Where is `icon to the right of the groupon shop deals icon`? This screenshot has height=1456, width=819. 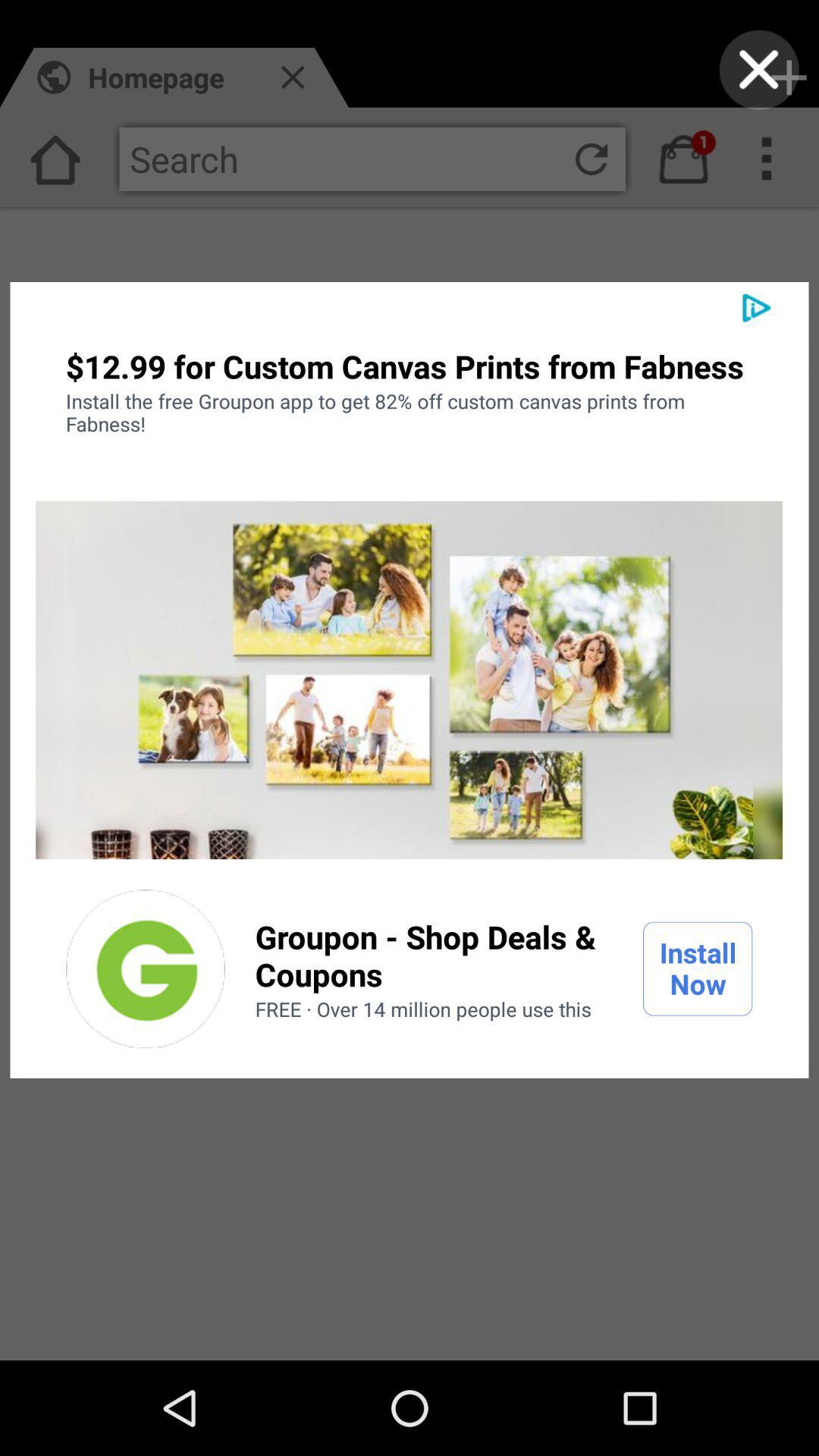
icon to the right of the groupon shop deals icon is located at coordinates (698, 968).